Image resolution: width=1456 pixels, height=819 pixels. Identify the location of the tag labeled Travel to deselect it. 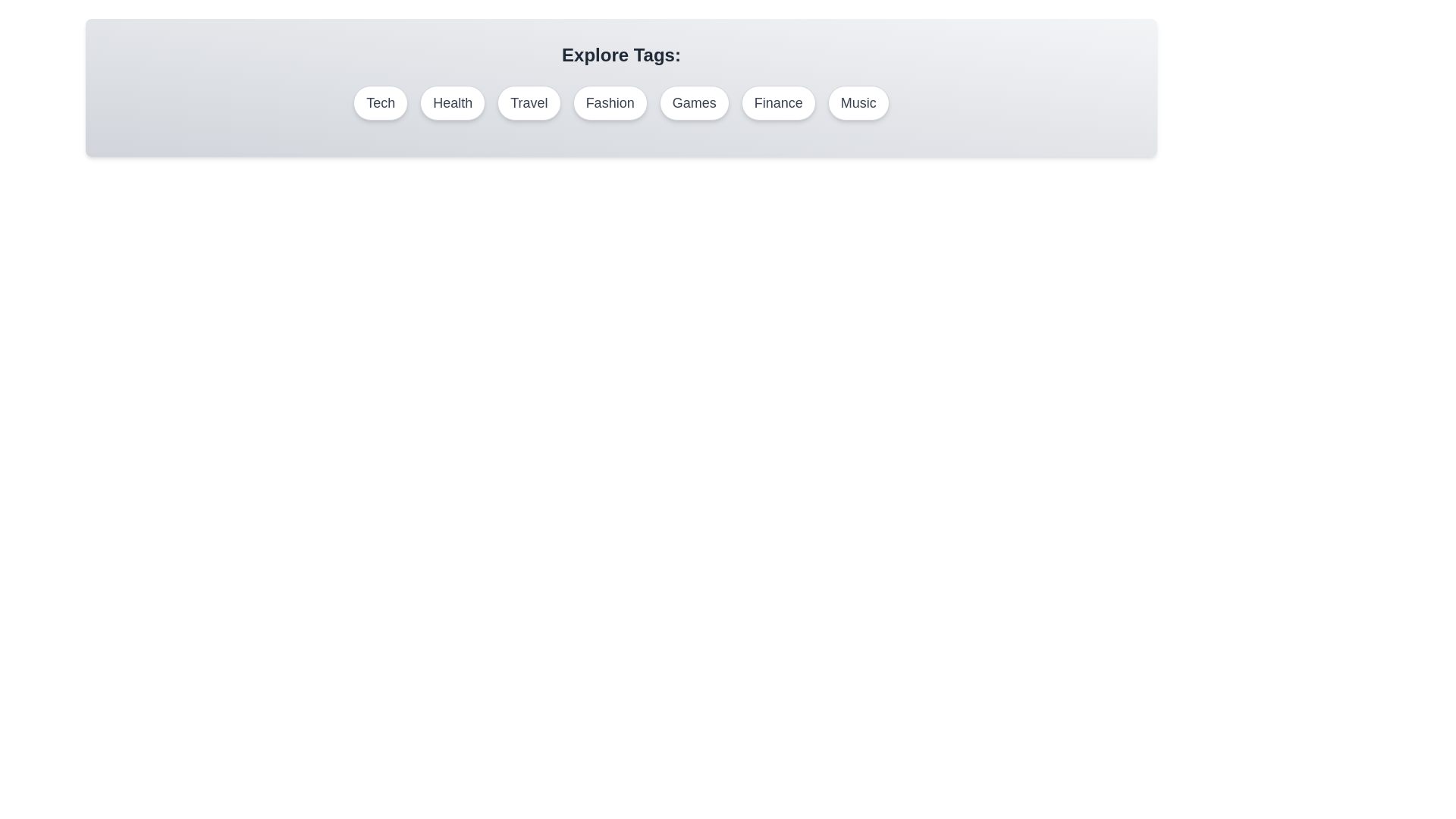
(529, 102).